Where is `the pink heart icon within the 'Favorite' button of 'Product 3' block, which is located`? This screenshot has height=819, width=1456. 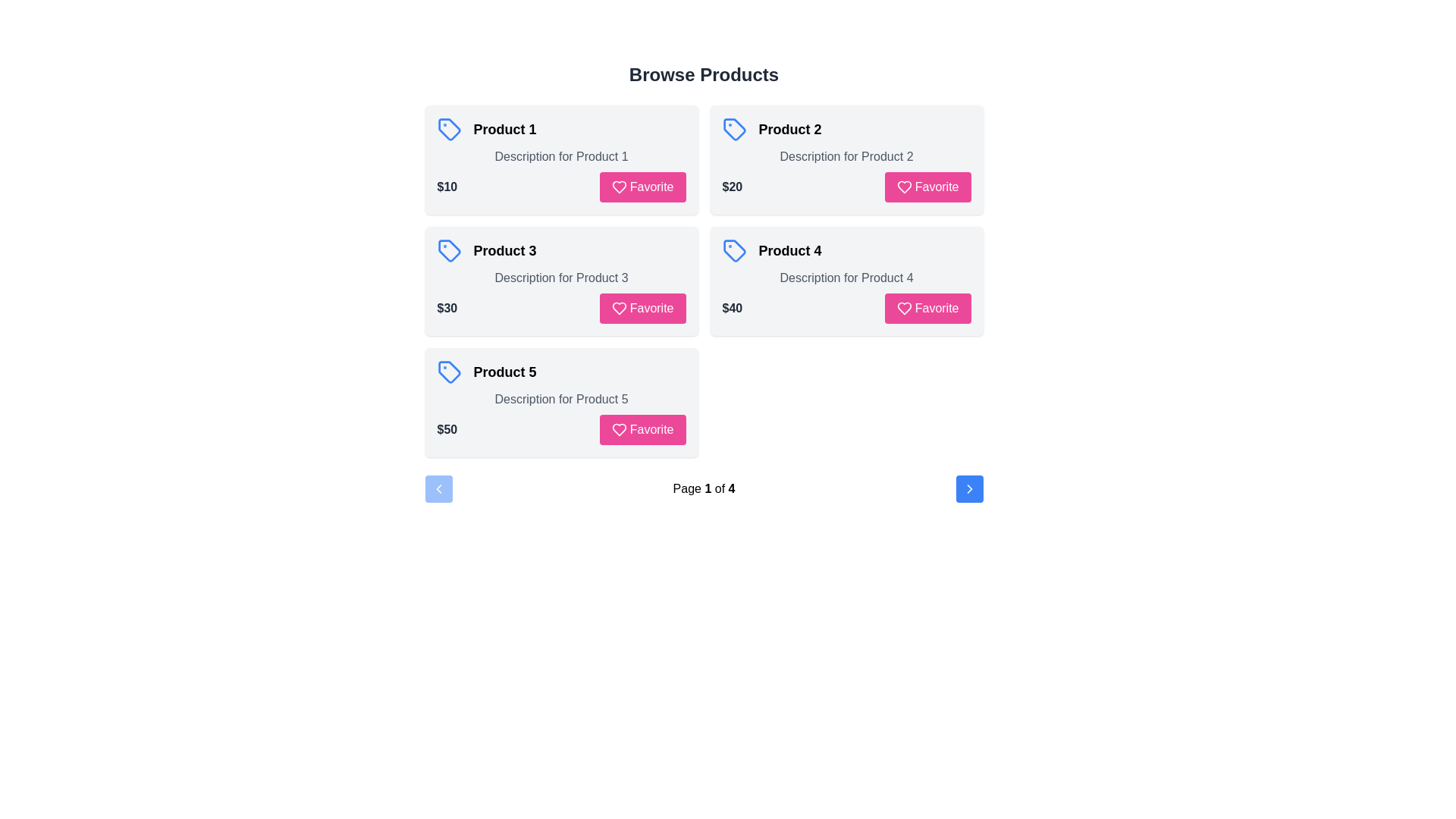 the pink heart icon within the 'Favorite' button of 'Product 3' block, which is located is located at coordinates (619, 308).